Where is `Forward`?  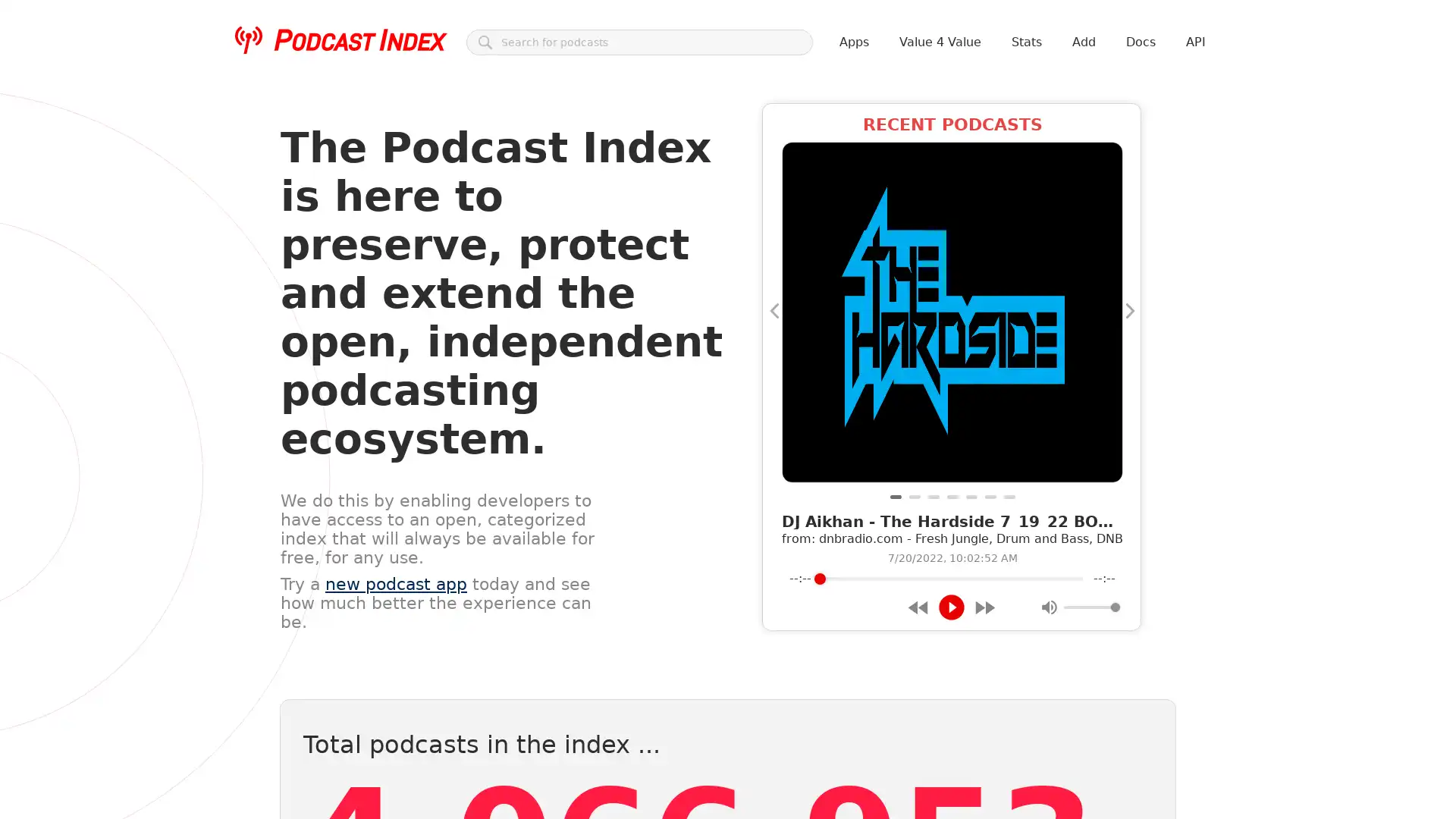
Forward is located at coordinates (984, 606).